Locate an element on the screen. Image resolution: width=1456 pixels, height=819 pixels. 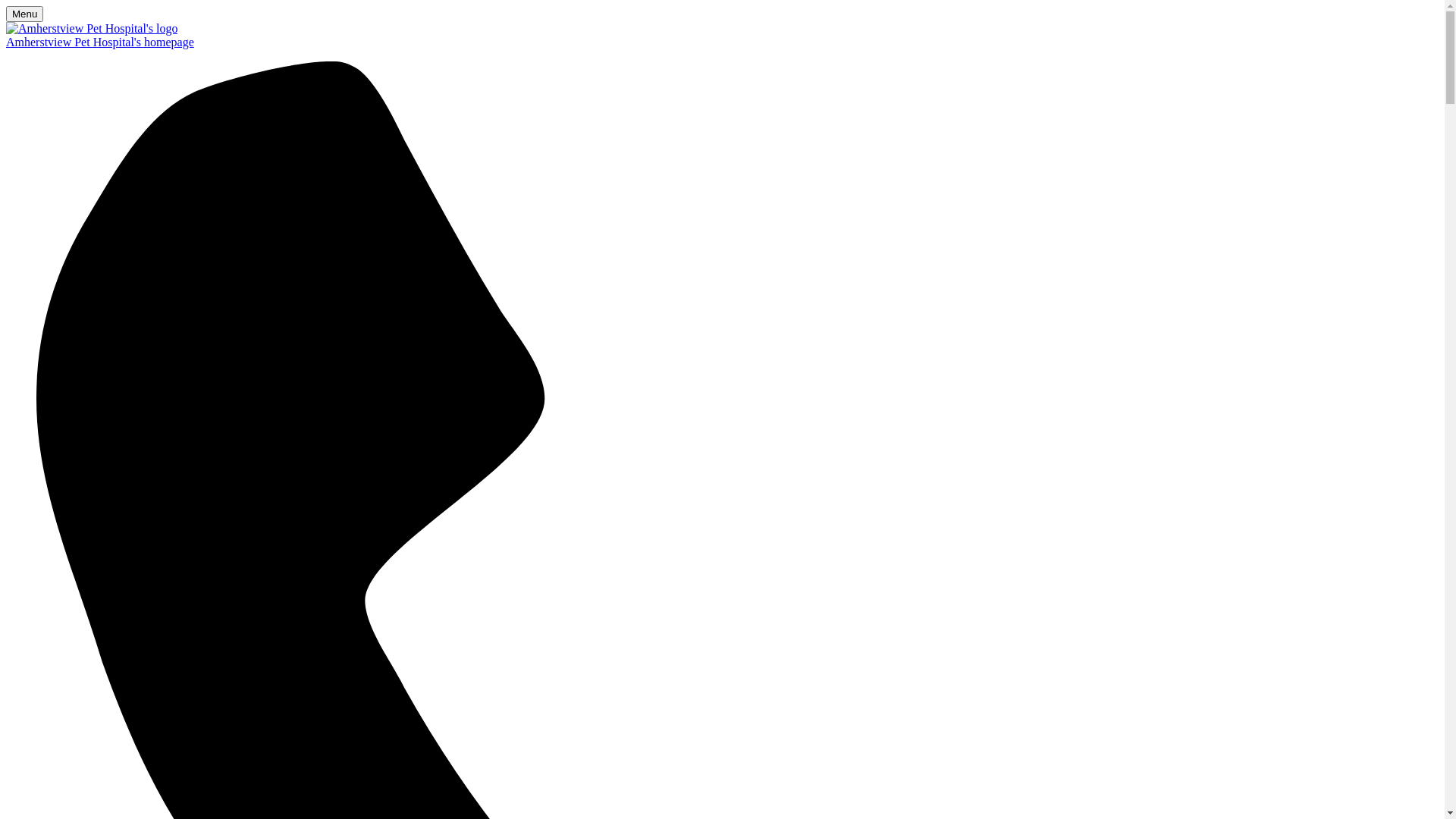
'Menu' is located at coordinates (24, 14).